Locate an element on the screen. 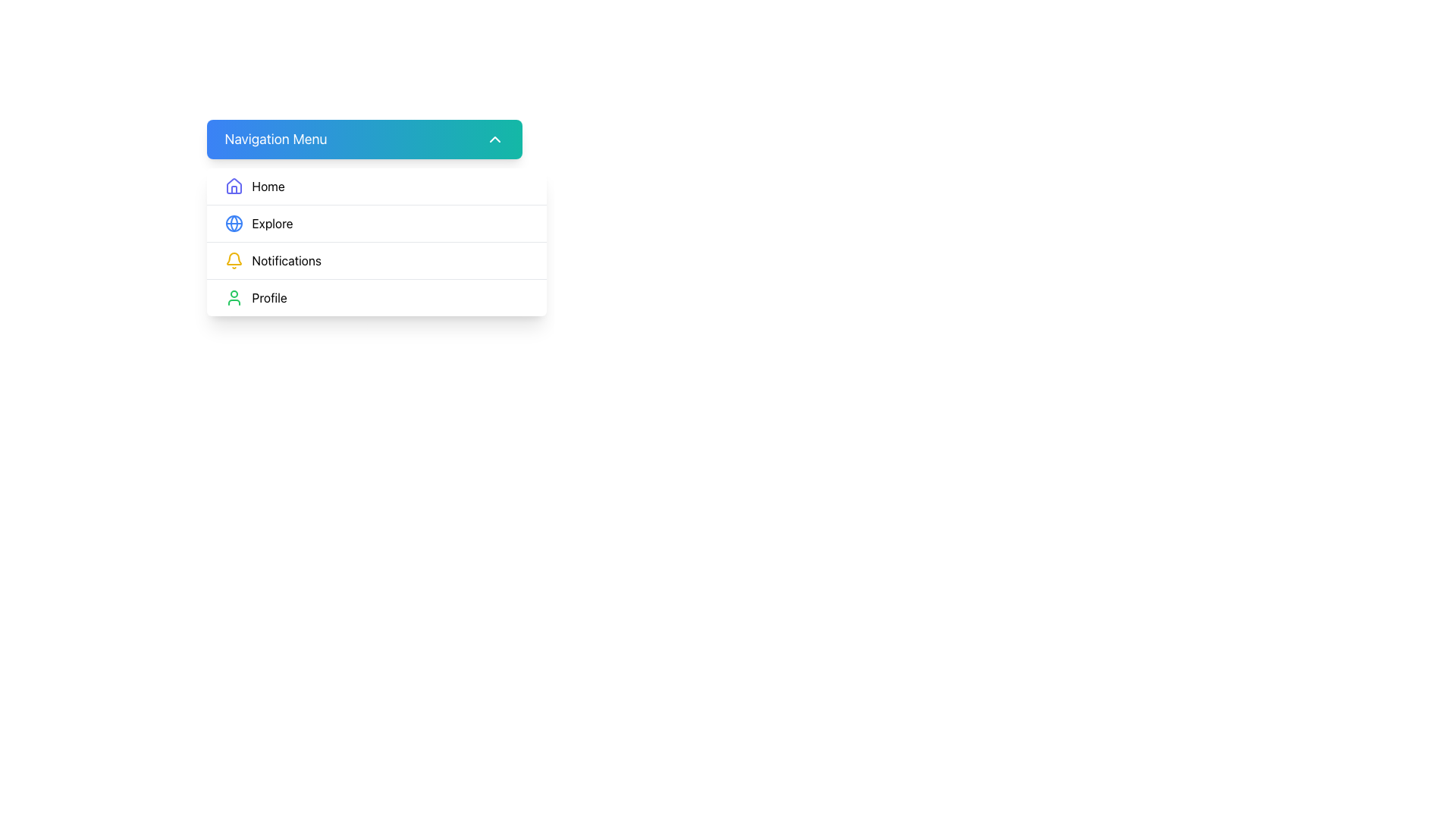  the downward-pointing chevron-shaped arrow icon located at the right end of the navigation menu header is located at coordinates (494, 140).